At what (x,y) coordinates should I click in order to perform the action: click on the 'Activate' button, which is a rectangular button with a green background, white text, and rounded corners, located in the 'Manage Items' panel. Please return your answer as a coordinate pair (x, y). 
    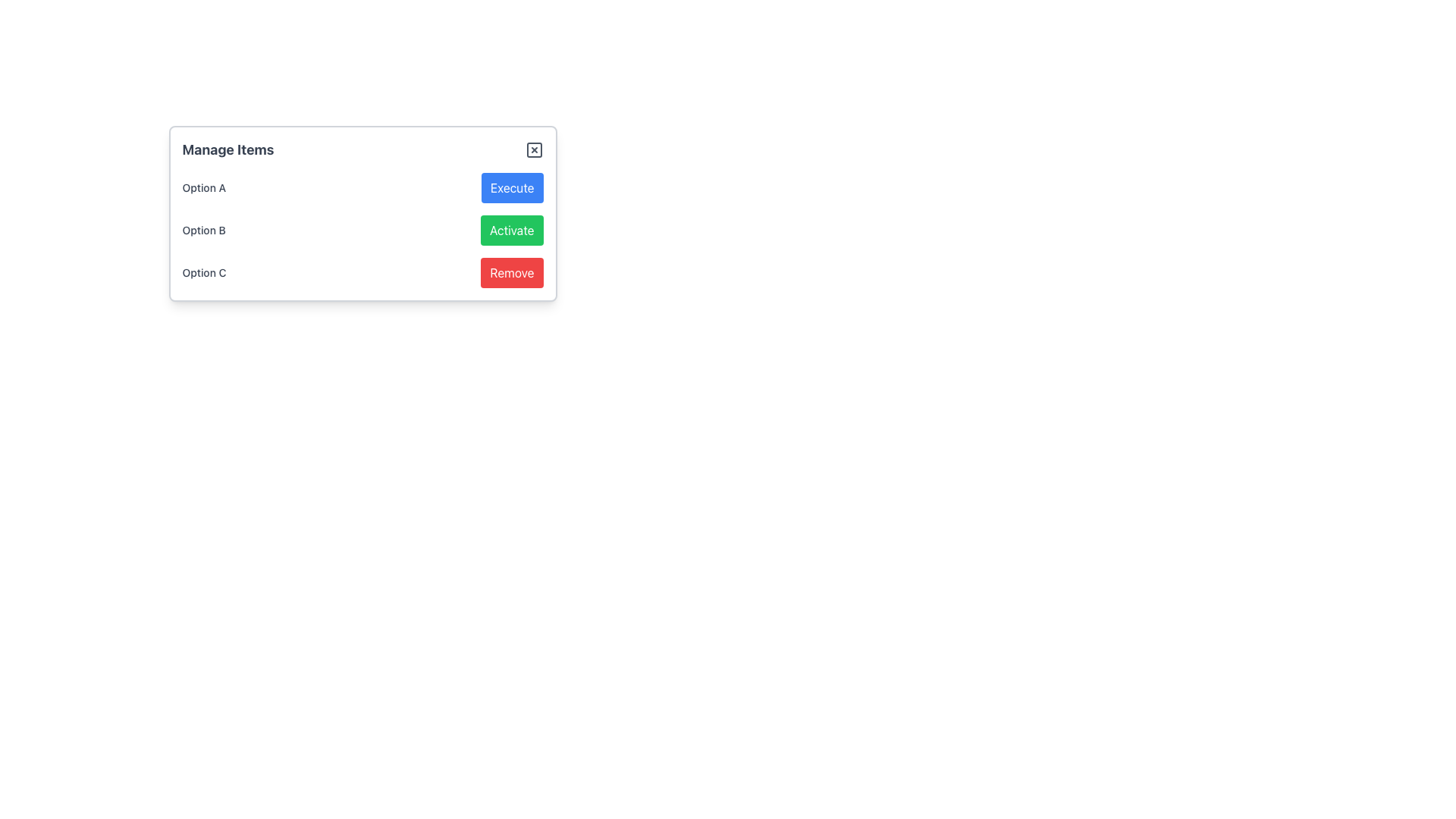
    Looking at the image, I should click on (512, 231).